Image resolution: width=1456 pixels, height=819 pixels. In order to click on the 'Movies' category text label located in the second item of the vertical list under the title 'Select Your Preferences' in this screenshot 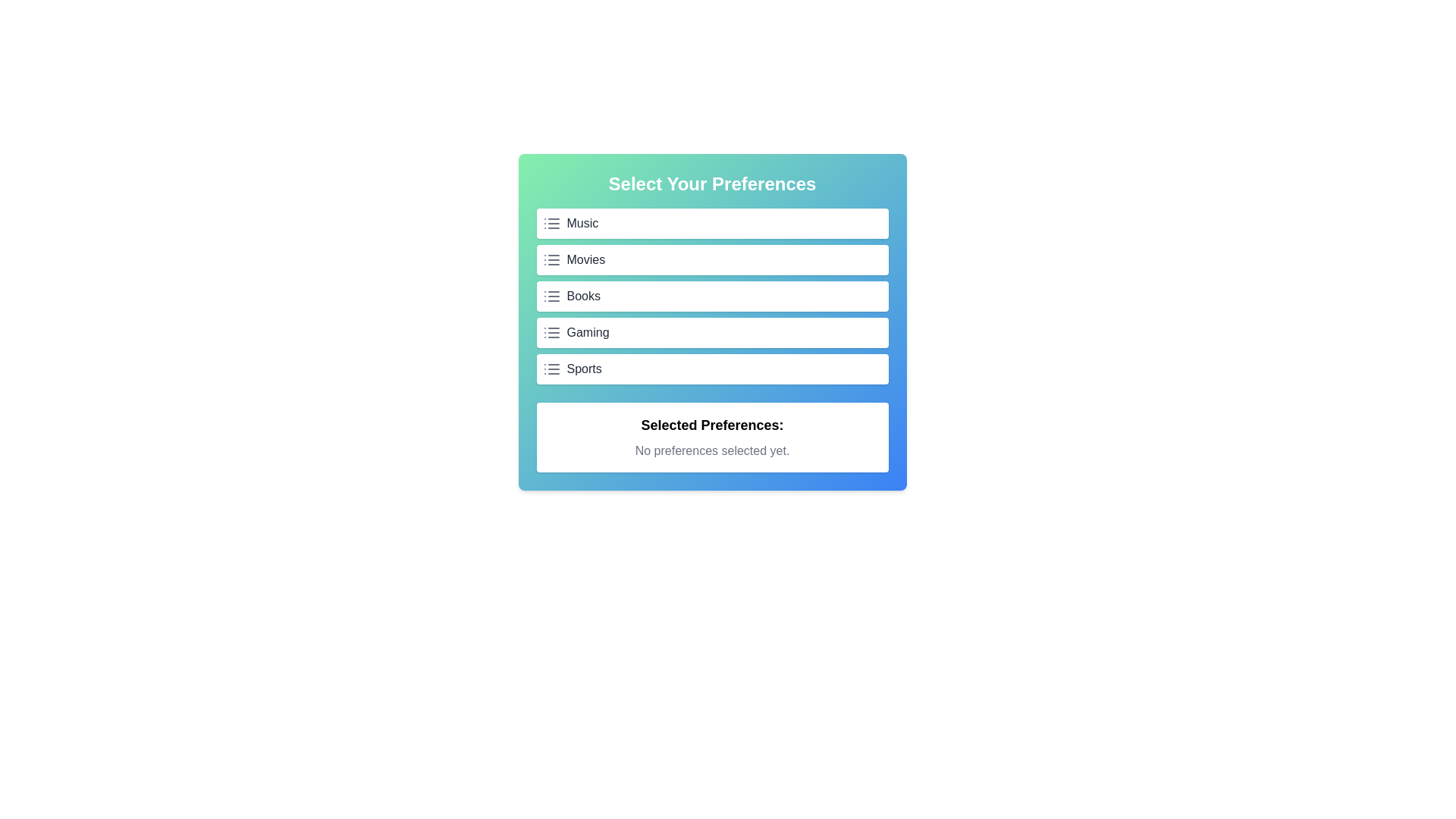, I will do `click(585, 259)`.